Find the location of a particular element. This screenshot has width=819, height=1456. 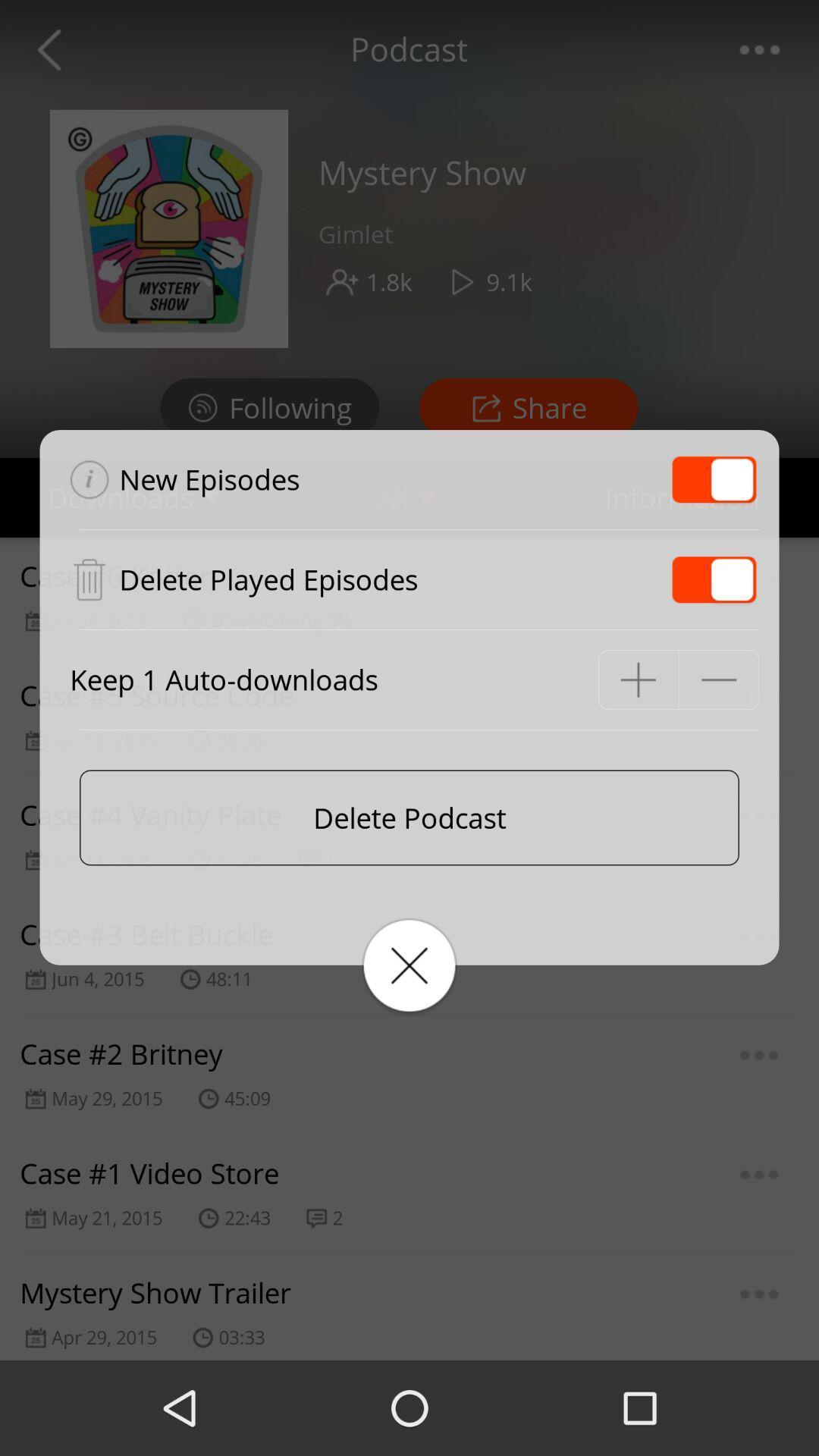

the icon below delete podcast is located at coordinates (409, 965).